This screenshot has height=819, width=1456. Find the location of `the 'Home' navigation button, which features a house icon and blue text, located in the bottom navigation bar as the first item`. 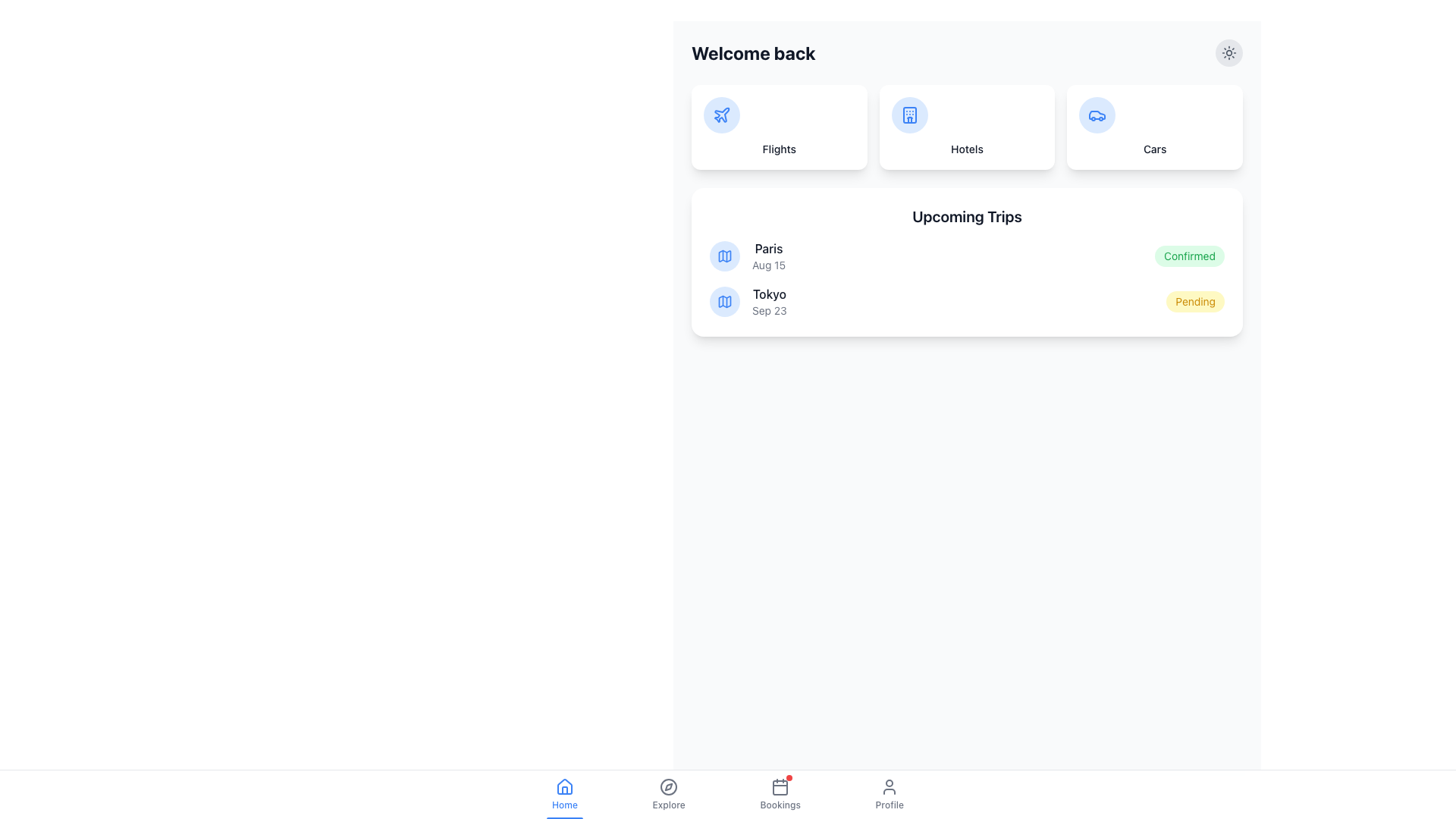

the 'Home' navigation button, which features a house icon and blue text, located in the bottom navigation bar as the first item is located at coordinates (563, 794).